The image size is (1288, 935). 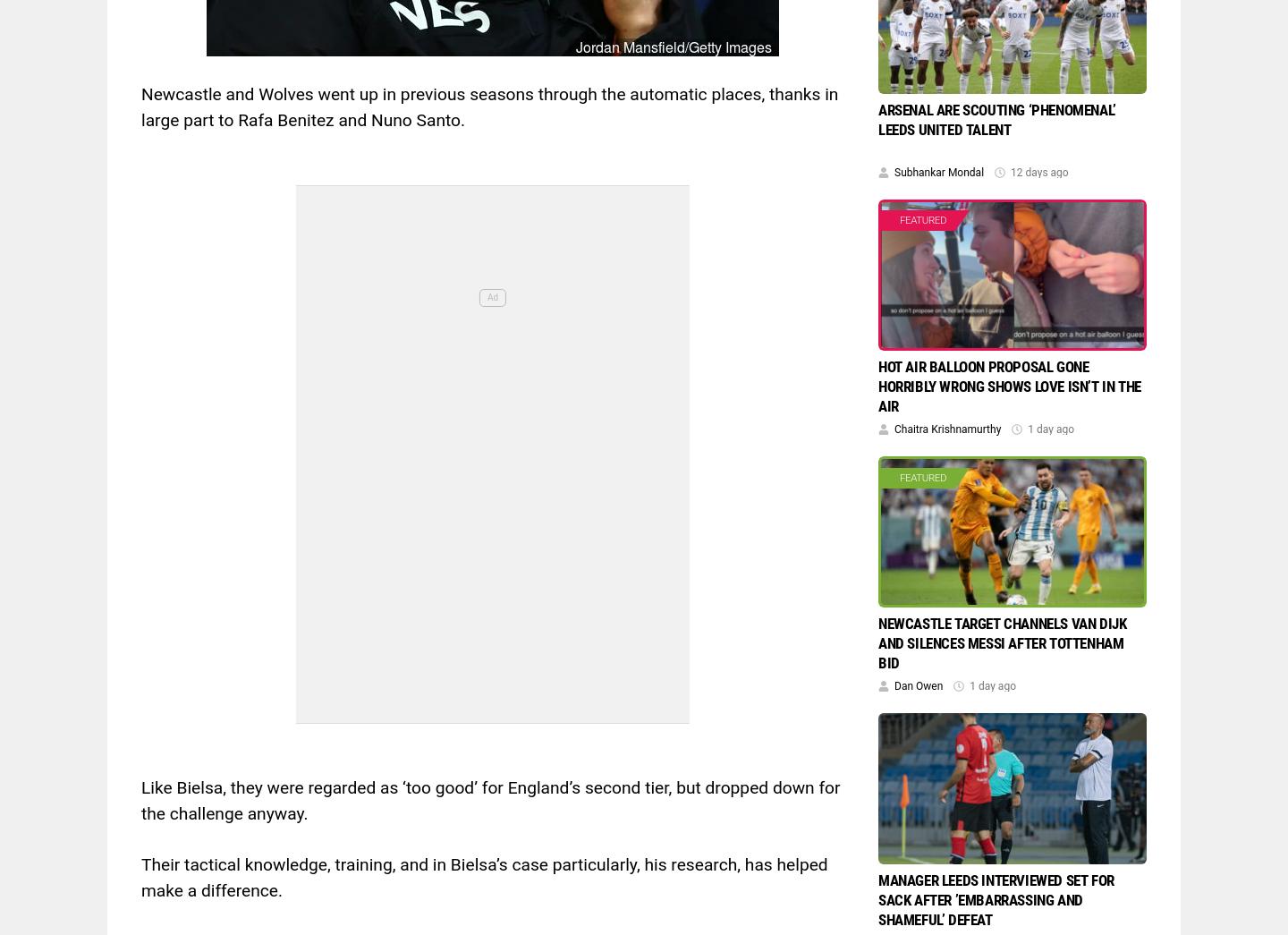 I want to click on '12 days ago', so click(x=1038, y=171).